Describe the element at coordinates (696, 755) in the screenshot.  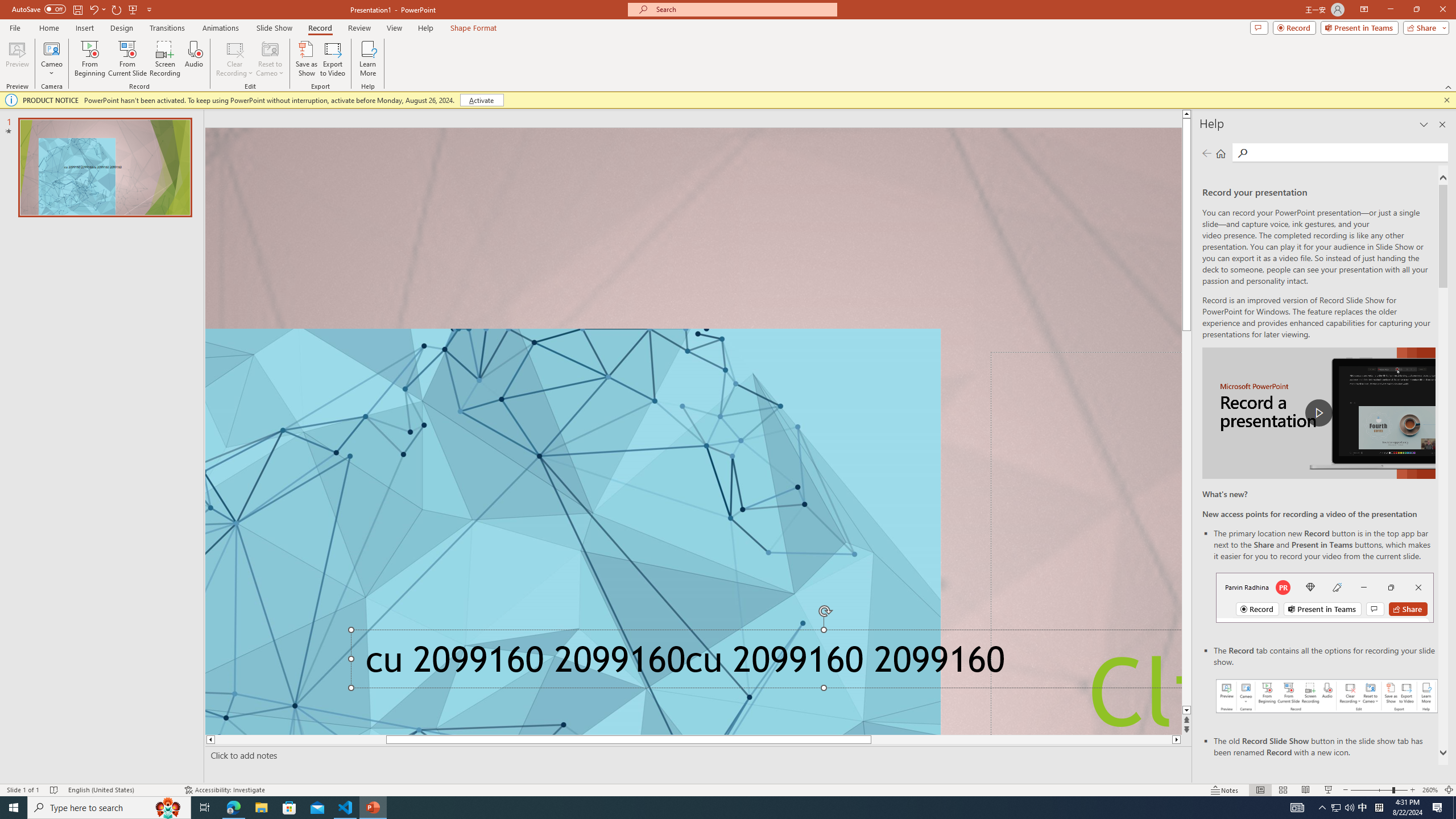
I see `'Slide Notes'` at that location.